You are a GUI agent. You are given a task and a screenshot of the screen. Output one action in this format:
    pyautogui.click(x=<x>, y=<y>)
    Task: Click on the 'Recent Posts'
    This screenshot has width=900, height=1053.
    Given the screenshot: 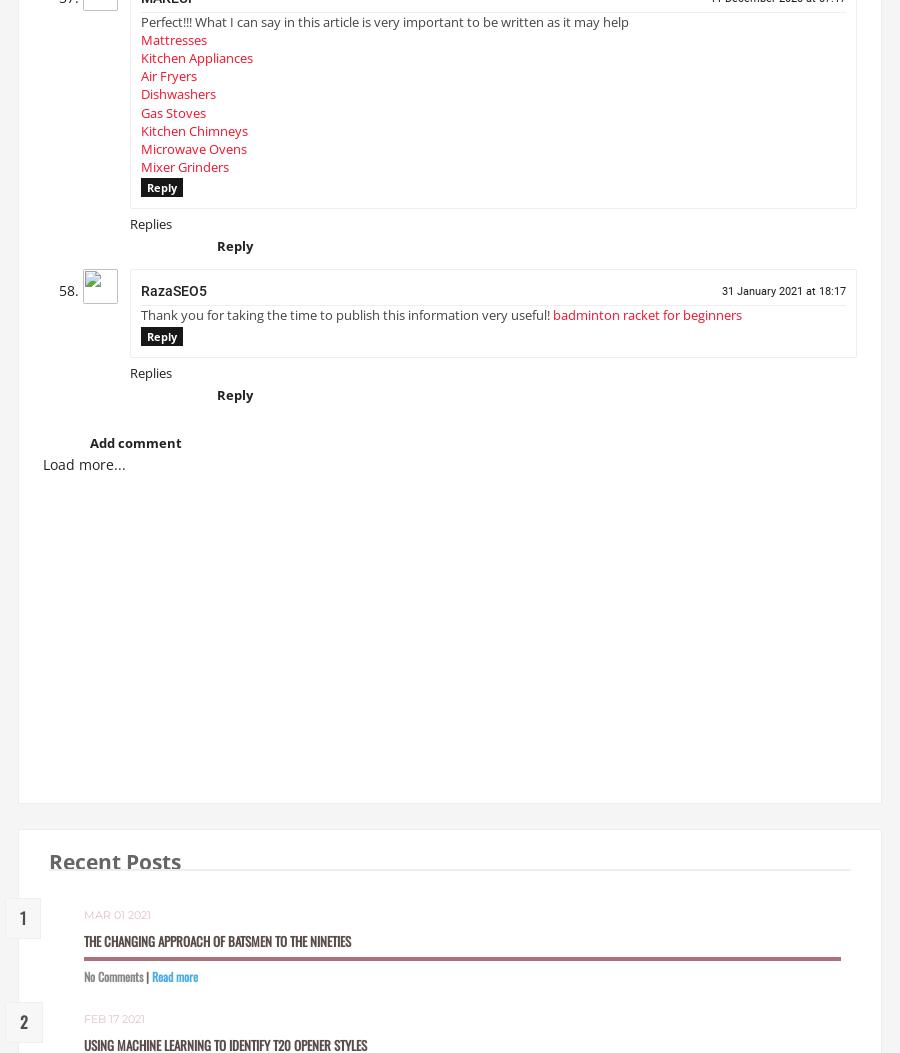 What is the action you would take?
    pyautogui.click(x=115, y=869)
    